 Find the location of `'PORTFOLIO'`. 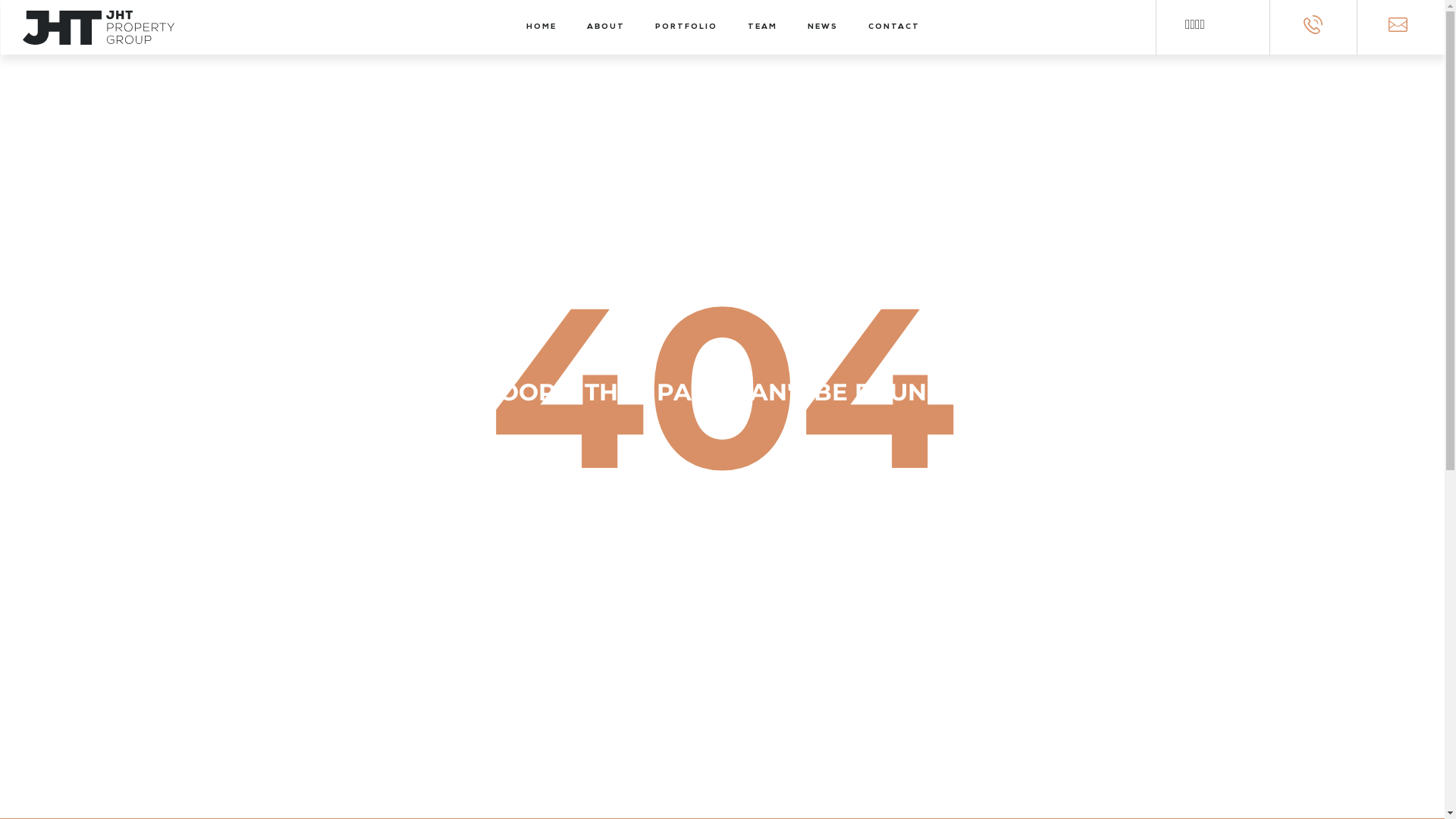

'PORTFOLIO' is located at coordinates (686, 27).